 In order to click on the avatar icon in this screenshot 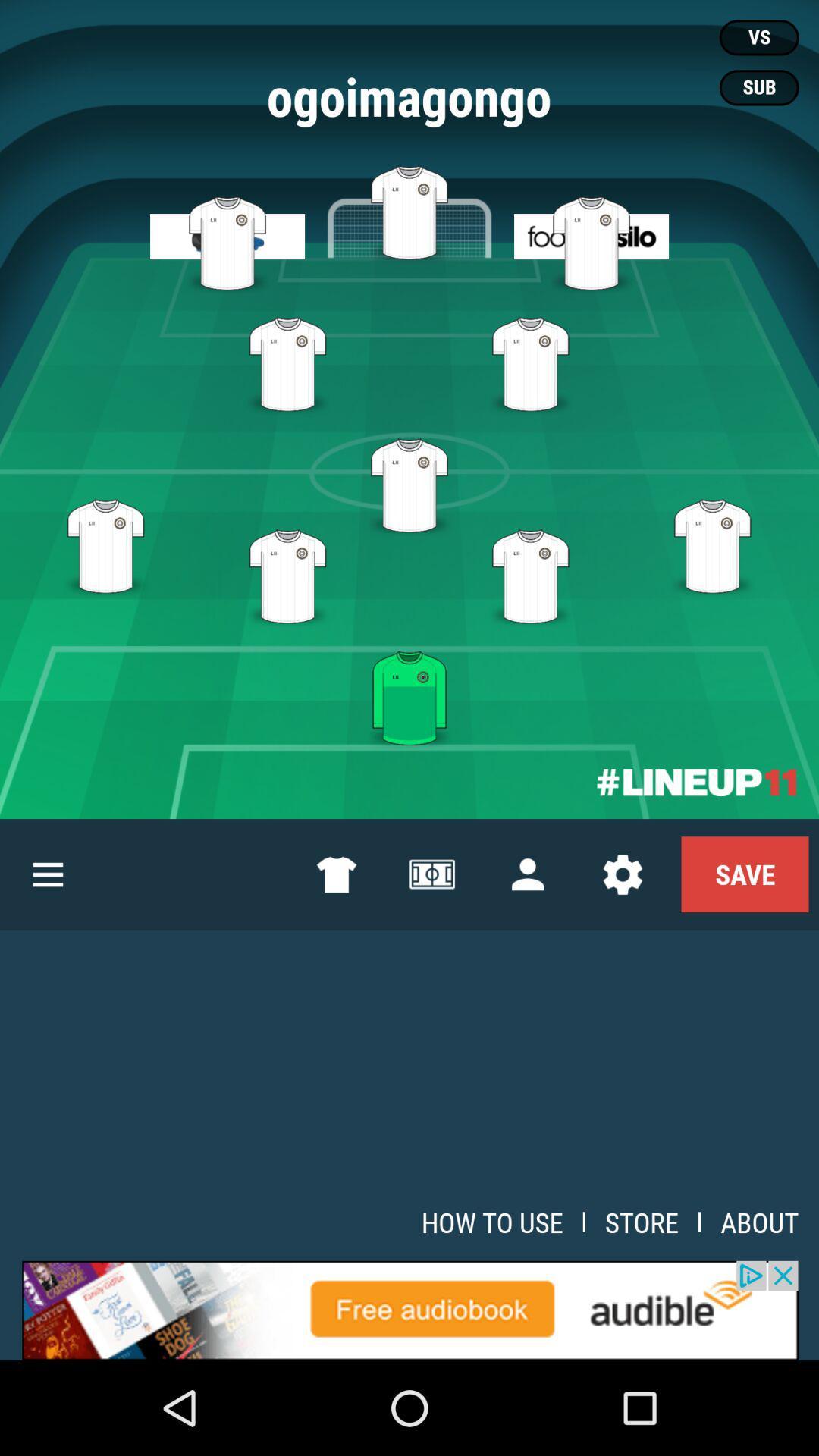, I will do `click(526, 874)`.